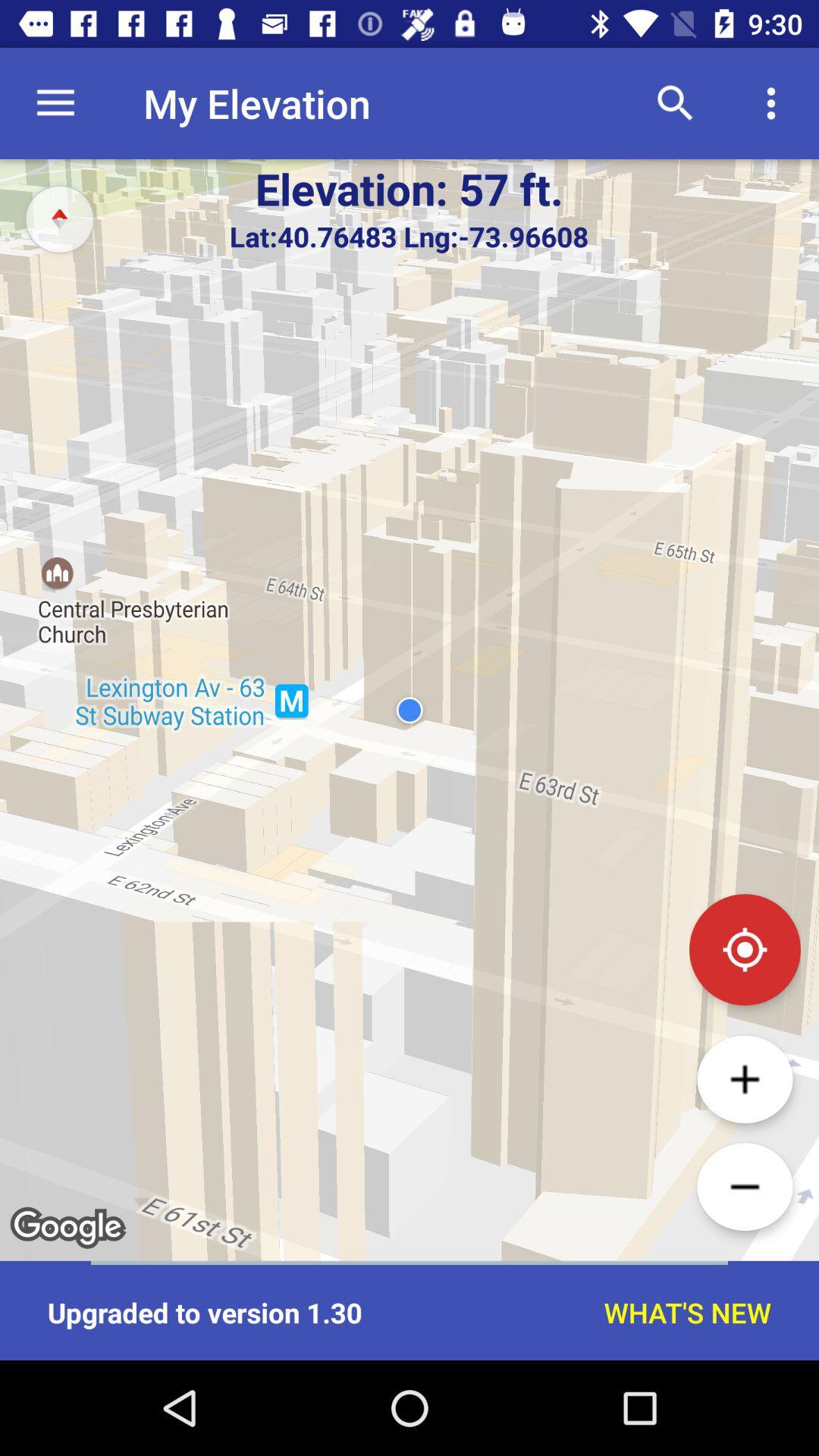  Describe the element at coordinates (744, 1078) in the screenshot. I see `to zoom` at that location.